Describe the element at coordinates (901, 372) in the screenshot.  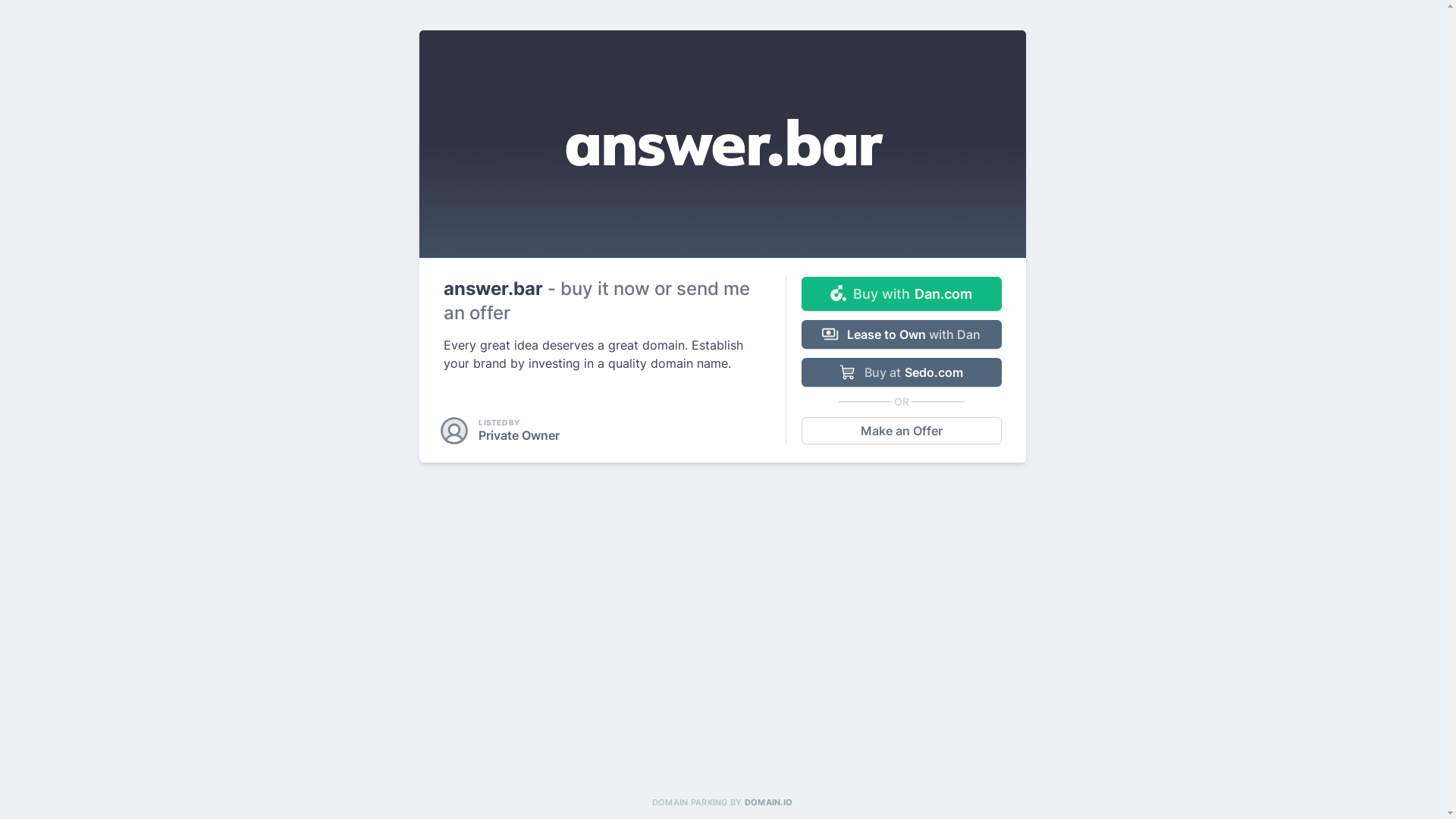
I see `'Buy at Sedo.com'` at that location.